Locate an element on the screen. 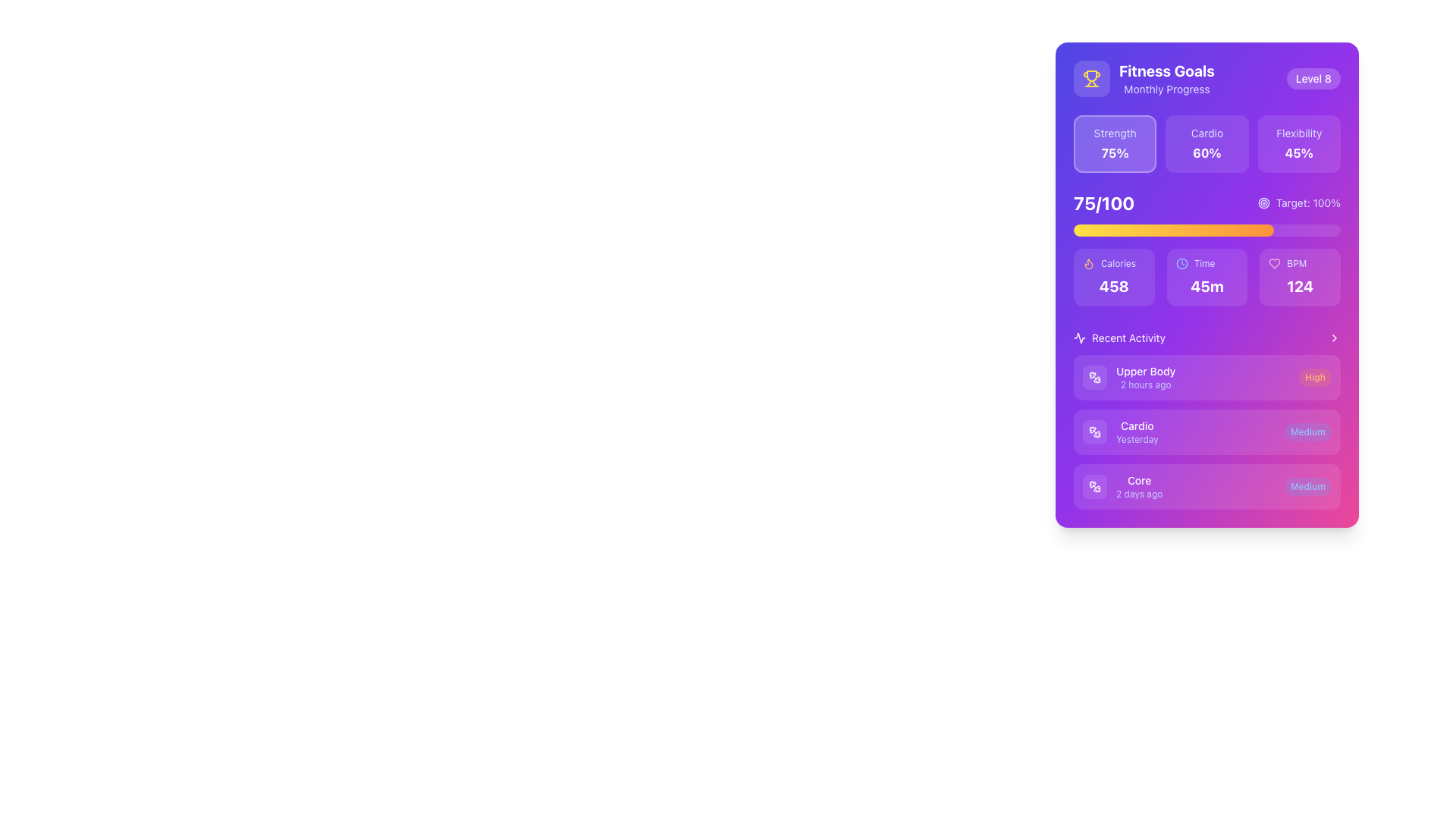 The height and width of the screenshot is (819, 1456). the rectangular card displaying 'Strength' with a bold '75%' below, located in the top-left corner of the grid is located at coordinates (1115, 143).